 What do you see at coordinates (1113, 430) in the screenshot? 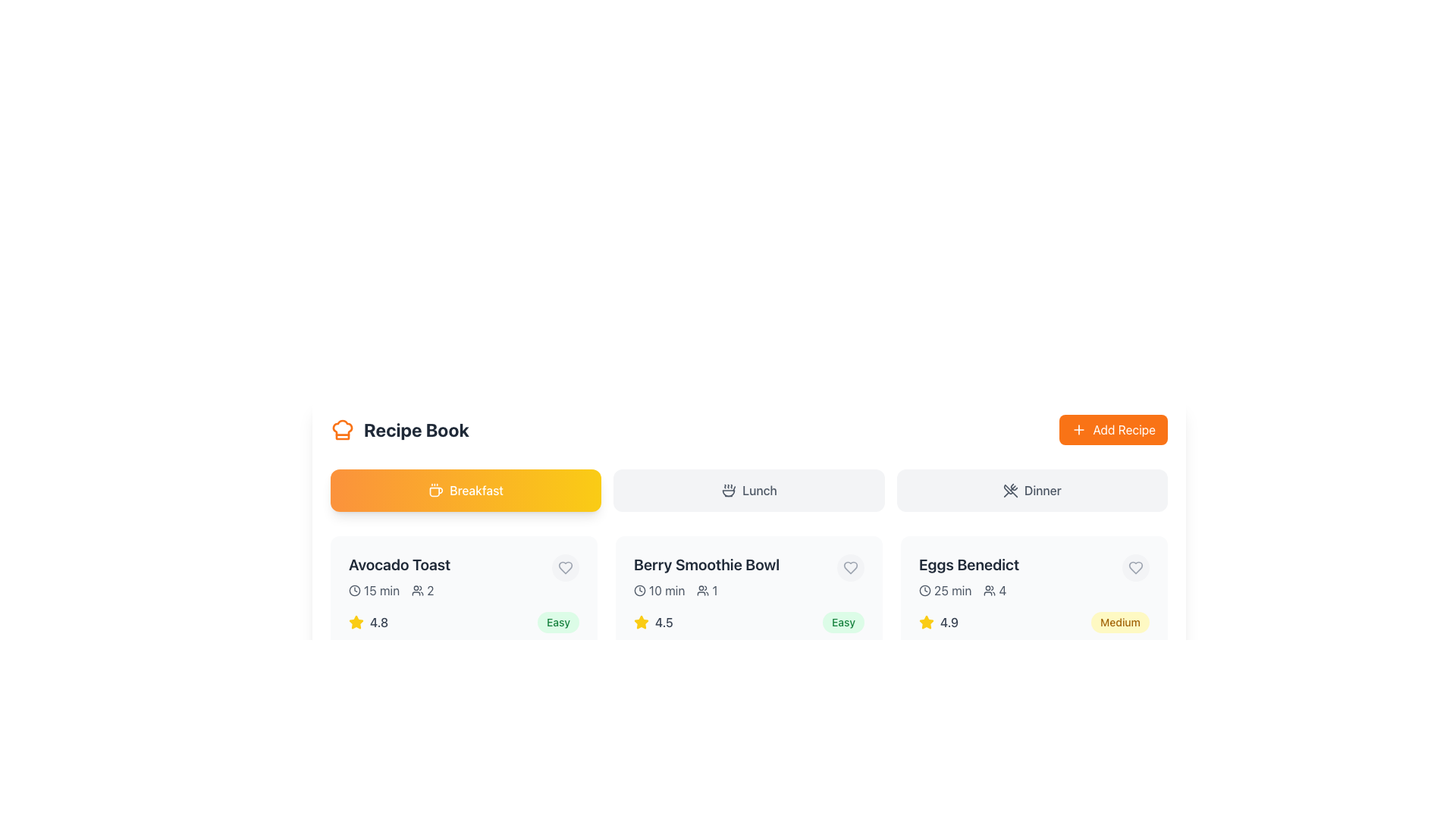
I see `the orange 'Add Recipe' button with white text and a plus sign icon located at the far right end of the header bar titled 'Recipe Book'` at bounding box center [1113, 430].